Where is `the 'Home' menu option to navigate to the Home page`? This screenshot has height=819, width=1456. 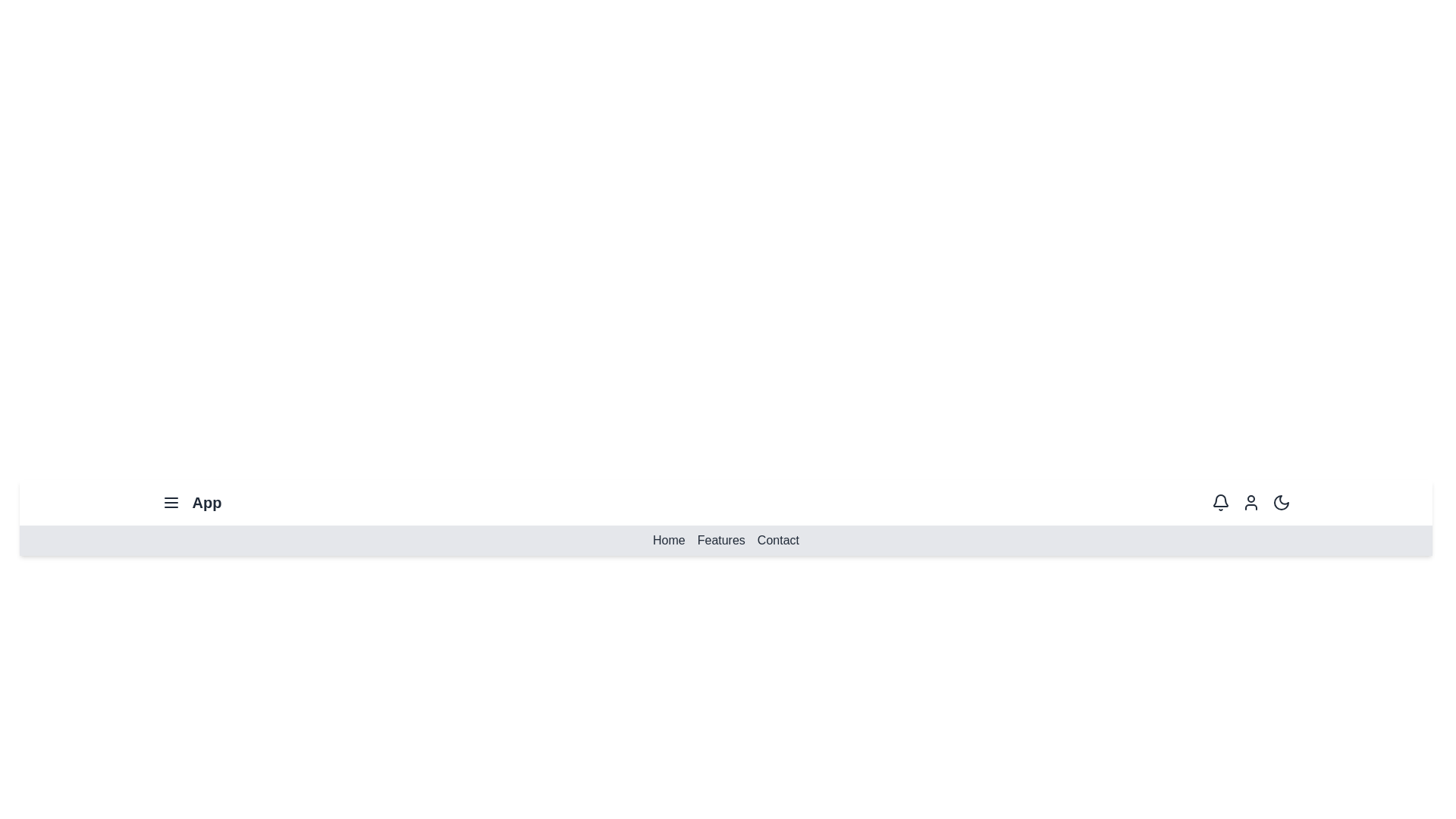 the 'Home' menu option to navigate to the Home page is located at coordinates (668, 539).